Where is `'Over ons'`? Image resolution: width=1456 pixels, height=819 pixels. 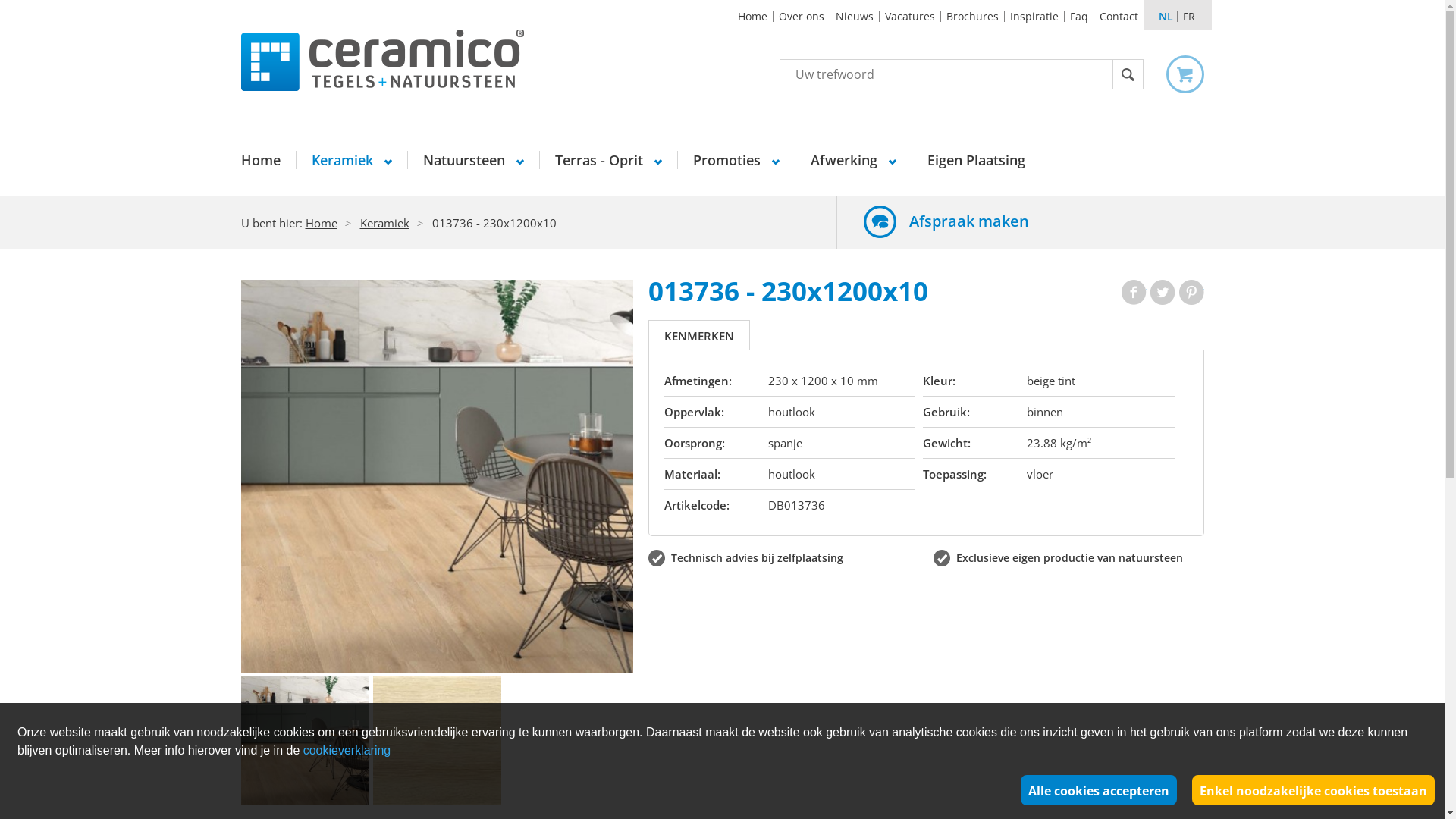
'Over ons' is located at coordinates (800, 16).